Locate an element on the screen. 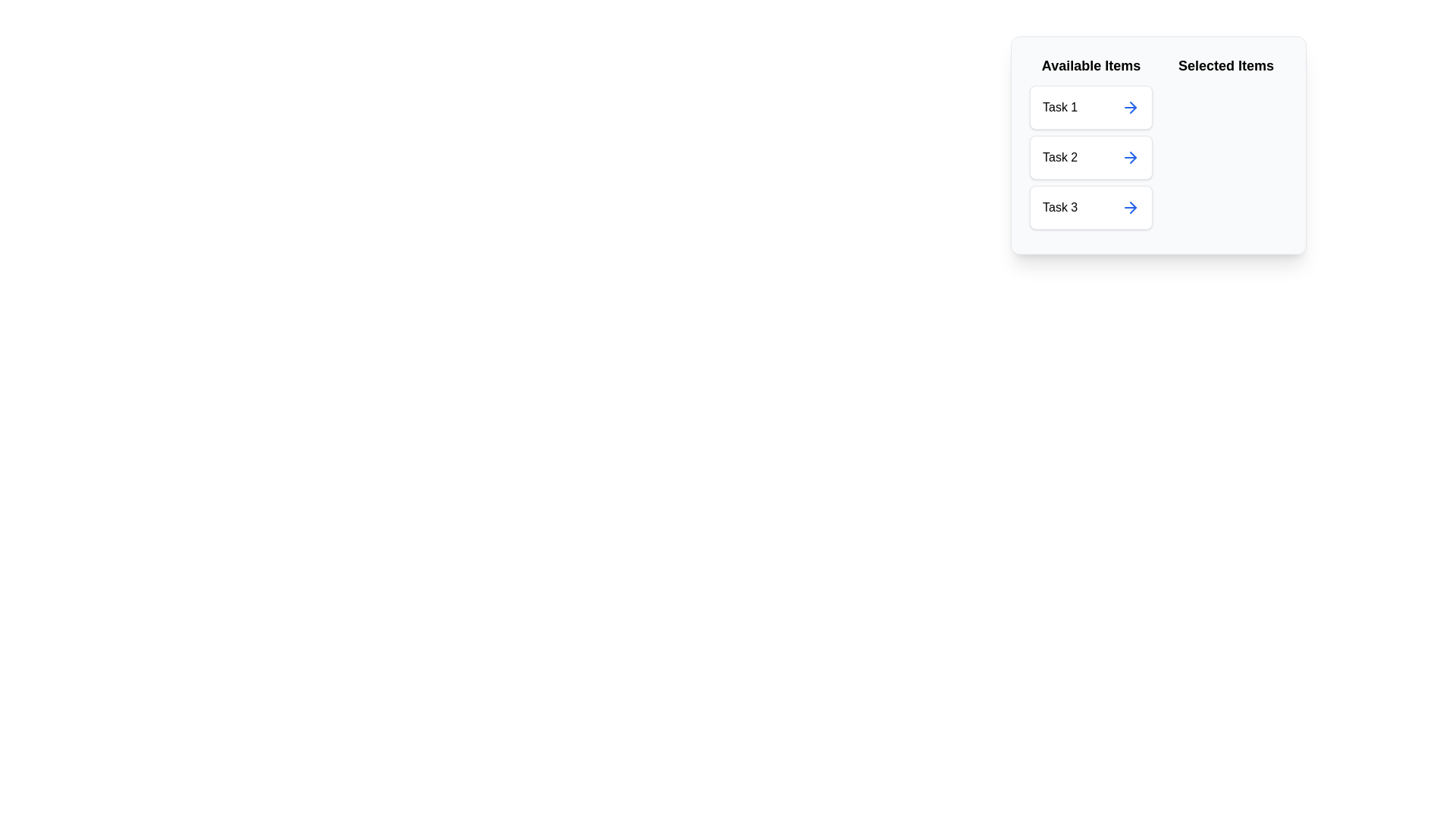  the blue rightward-pointing arrow icon located to the right of the 'Task 1' label is located at coordinates (1131, 107).